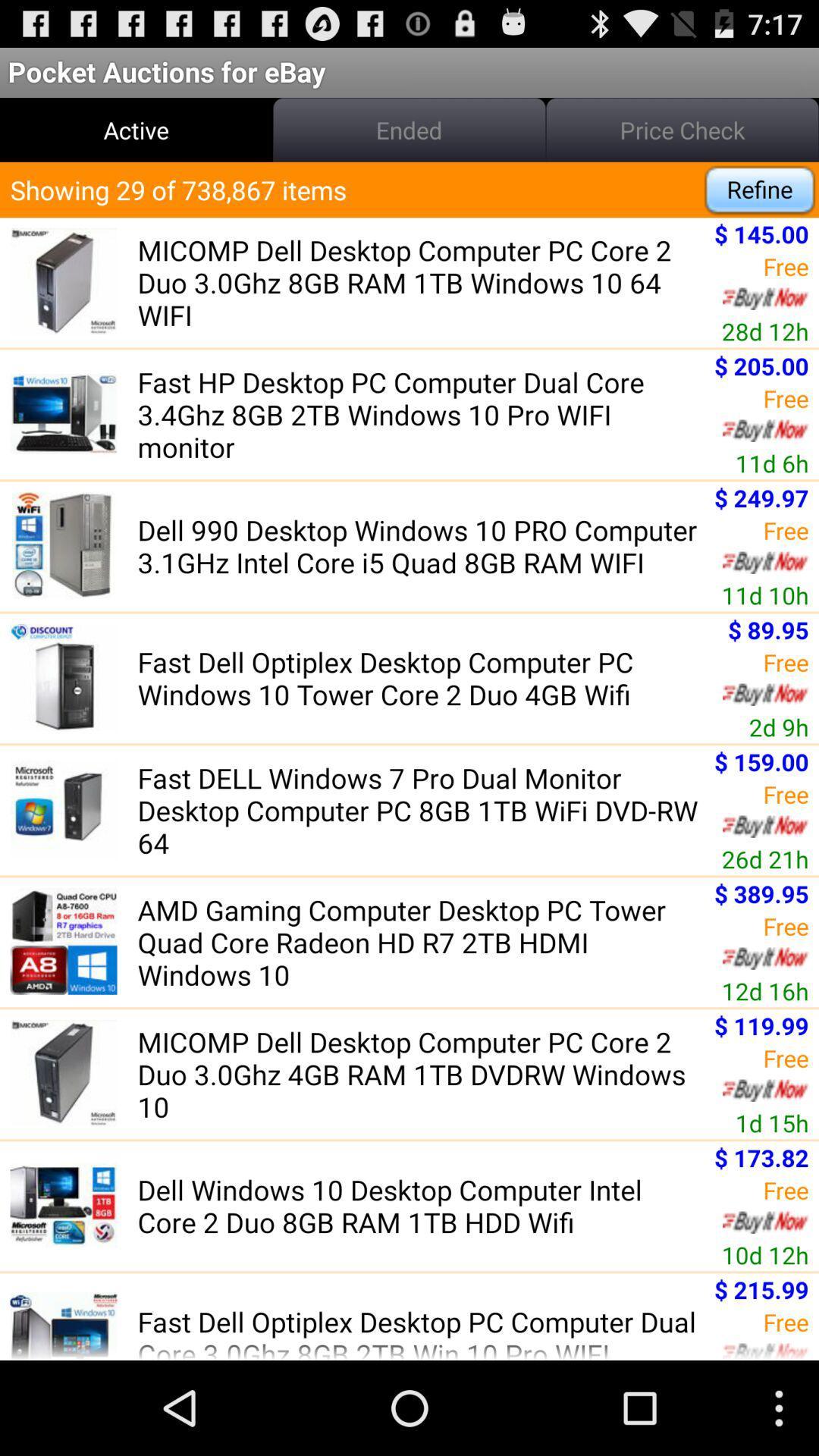  What do you see at coordinates (765, 330) in the screenshot?
I see `the 28d 12h app` at bounding box center [765, 330].